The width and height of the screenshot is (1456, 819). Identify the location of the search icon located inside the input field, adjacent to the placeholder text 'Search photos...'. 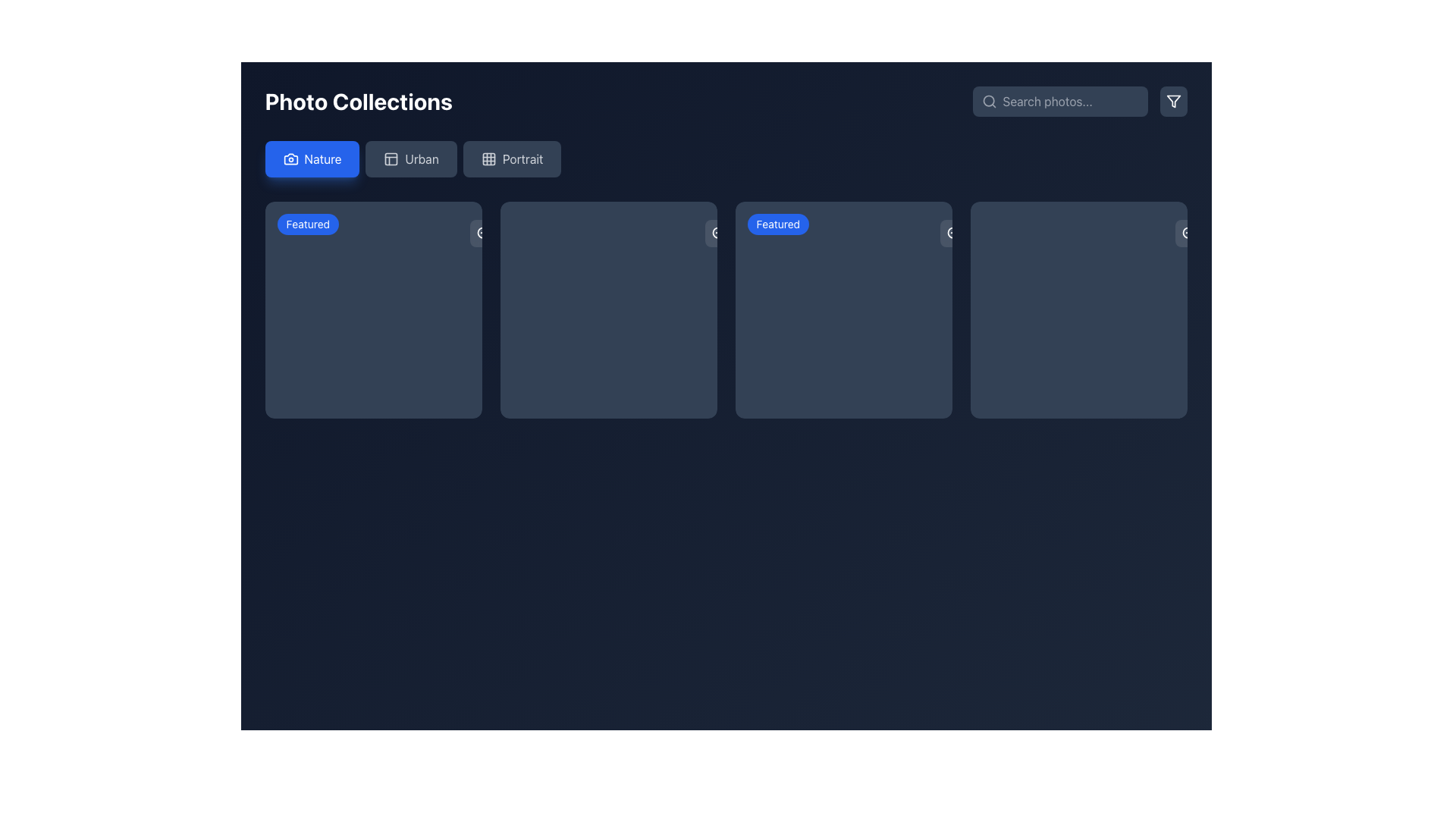
(989, 102).